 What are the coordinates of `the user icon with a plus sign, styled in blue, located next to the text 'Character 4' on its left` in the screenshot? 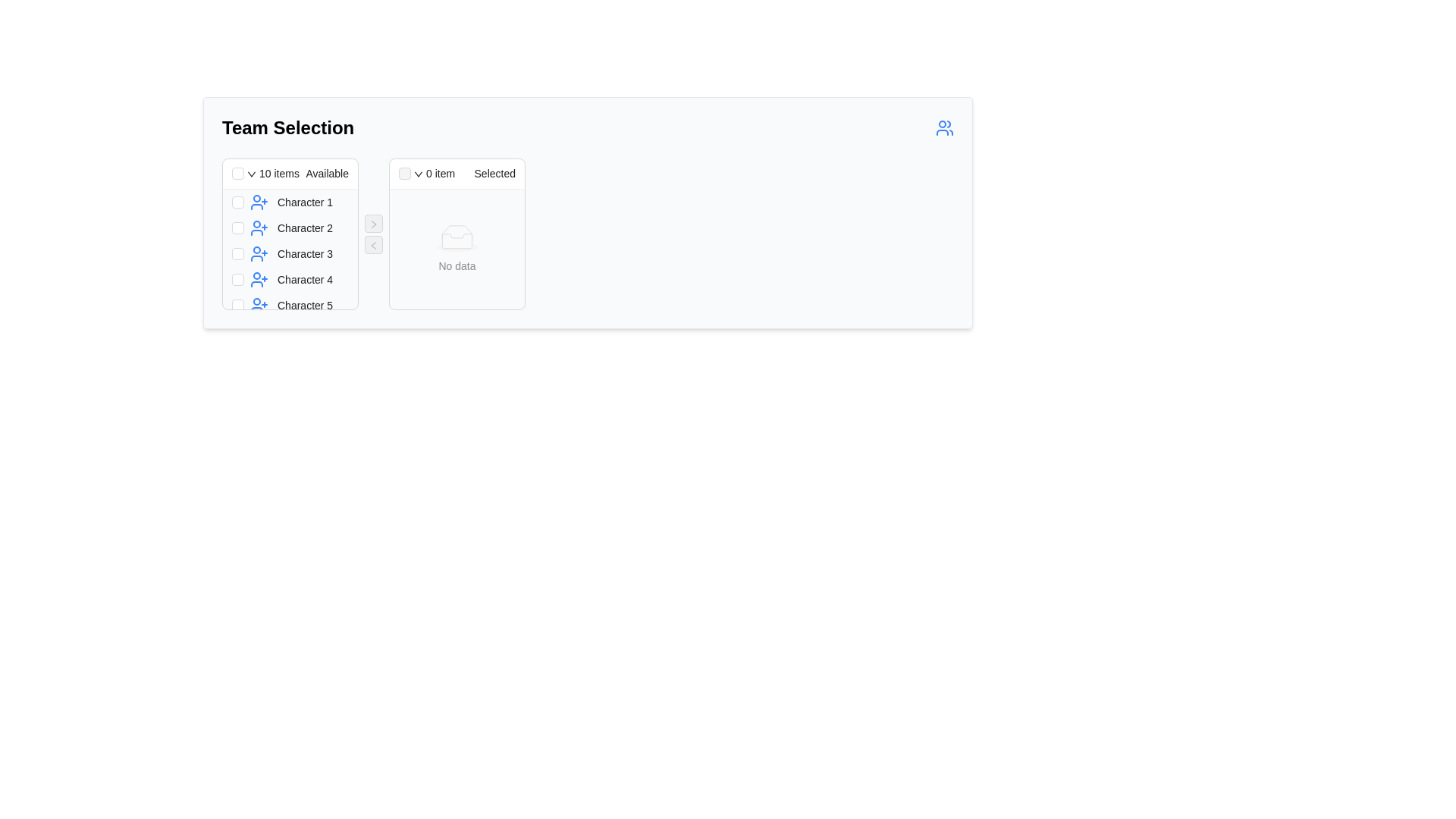 It's located at (259, 280).